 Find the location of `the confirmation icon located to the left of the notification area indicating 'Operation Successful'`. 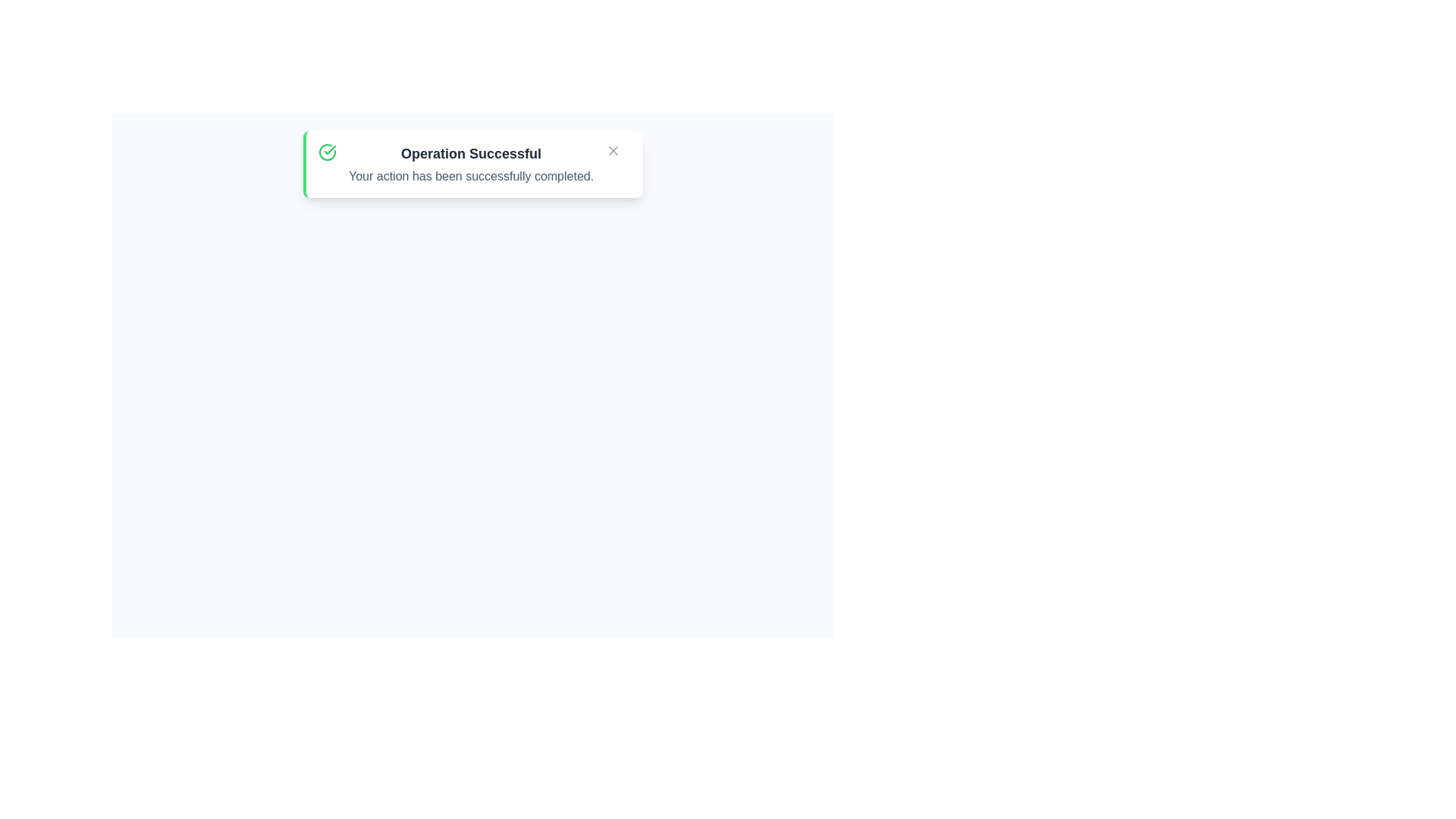

the confirmation icon located to the left of the notification area indicating 'Operation Successful' is located at coordinates (327, 152).